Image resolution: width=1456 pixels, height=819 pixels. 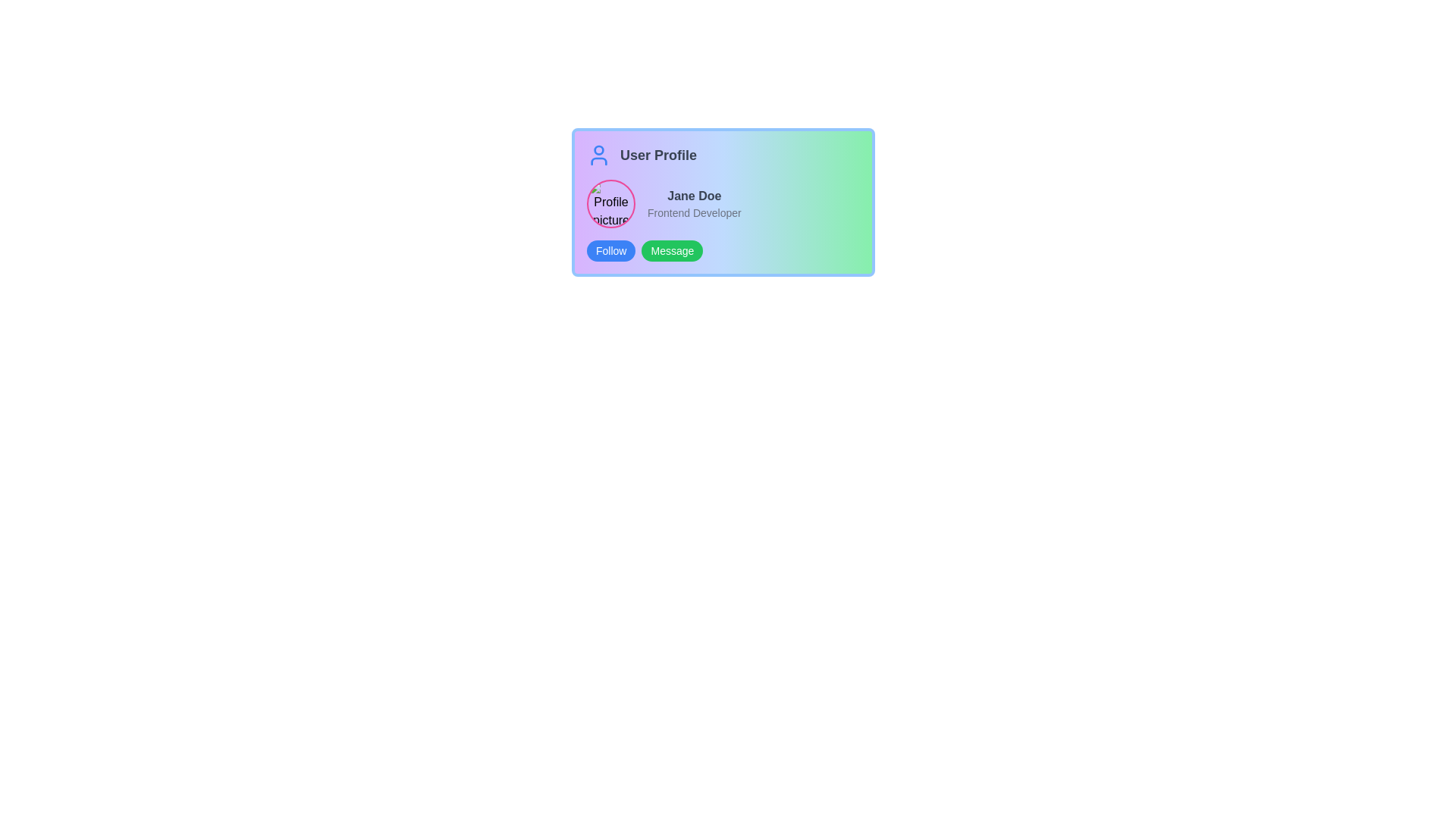 I want to click on the text label indicating the user's profile section, which is positioned to the right of the user icon and is centered vertically relative to it, so click(x=658, y=155).